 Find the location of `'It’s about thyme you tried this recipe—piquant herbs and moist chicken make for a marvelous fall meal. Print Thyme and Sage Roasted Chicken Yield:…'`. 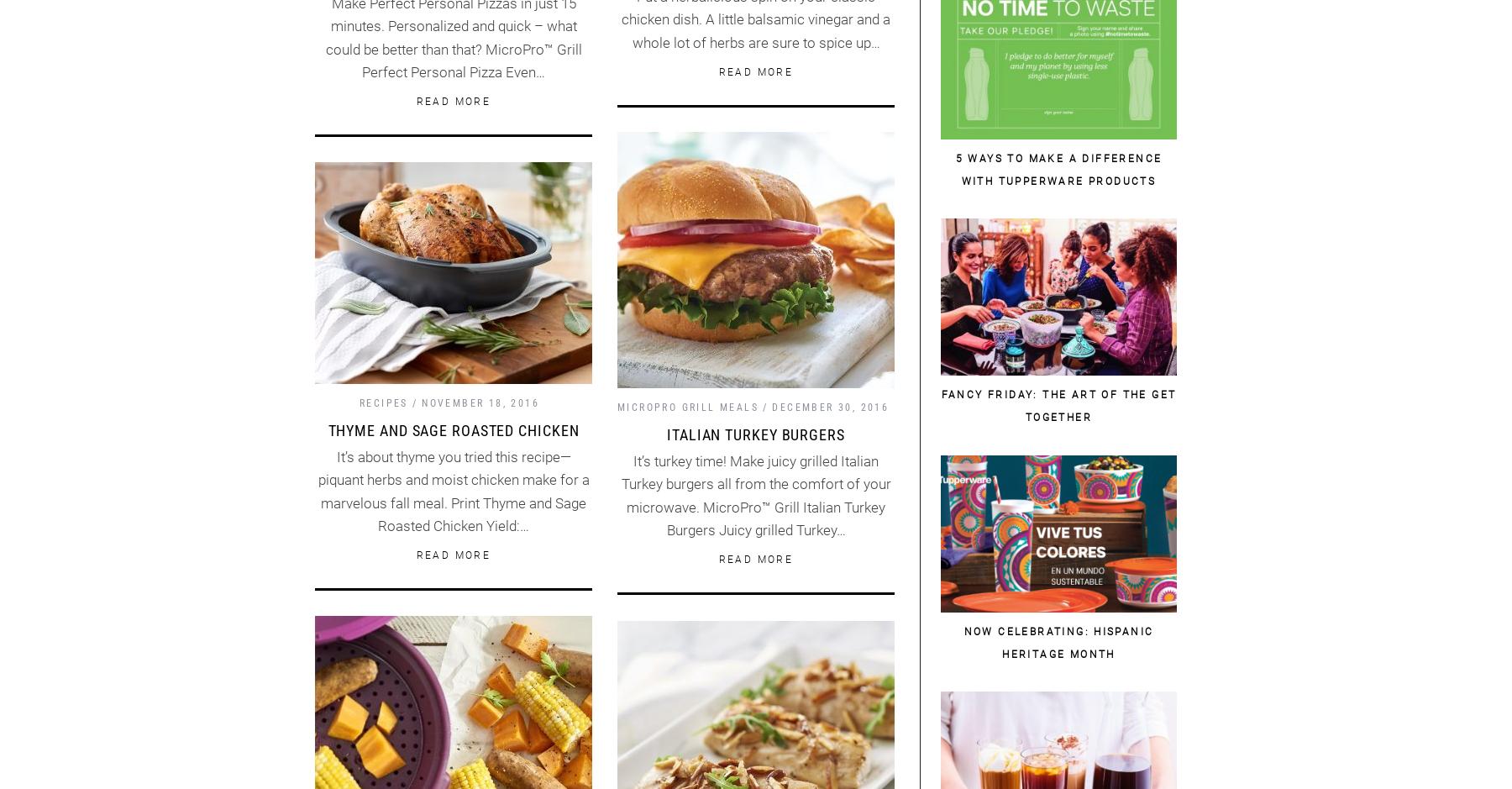

'It’s about thyme you tried this recipe—piquant herbs and moist chicken make for a marvelous fall meal. Print Thyme and Sage Roasted Chicken Yield:…' is located at coordinates (452, 491).